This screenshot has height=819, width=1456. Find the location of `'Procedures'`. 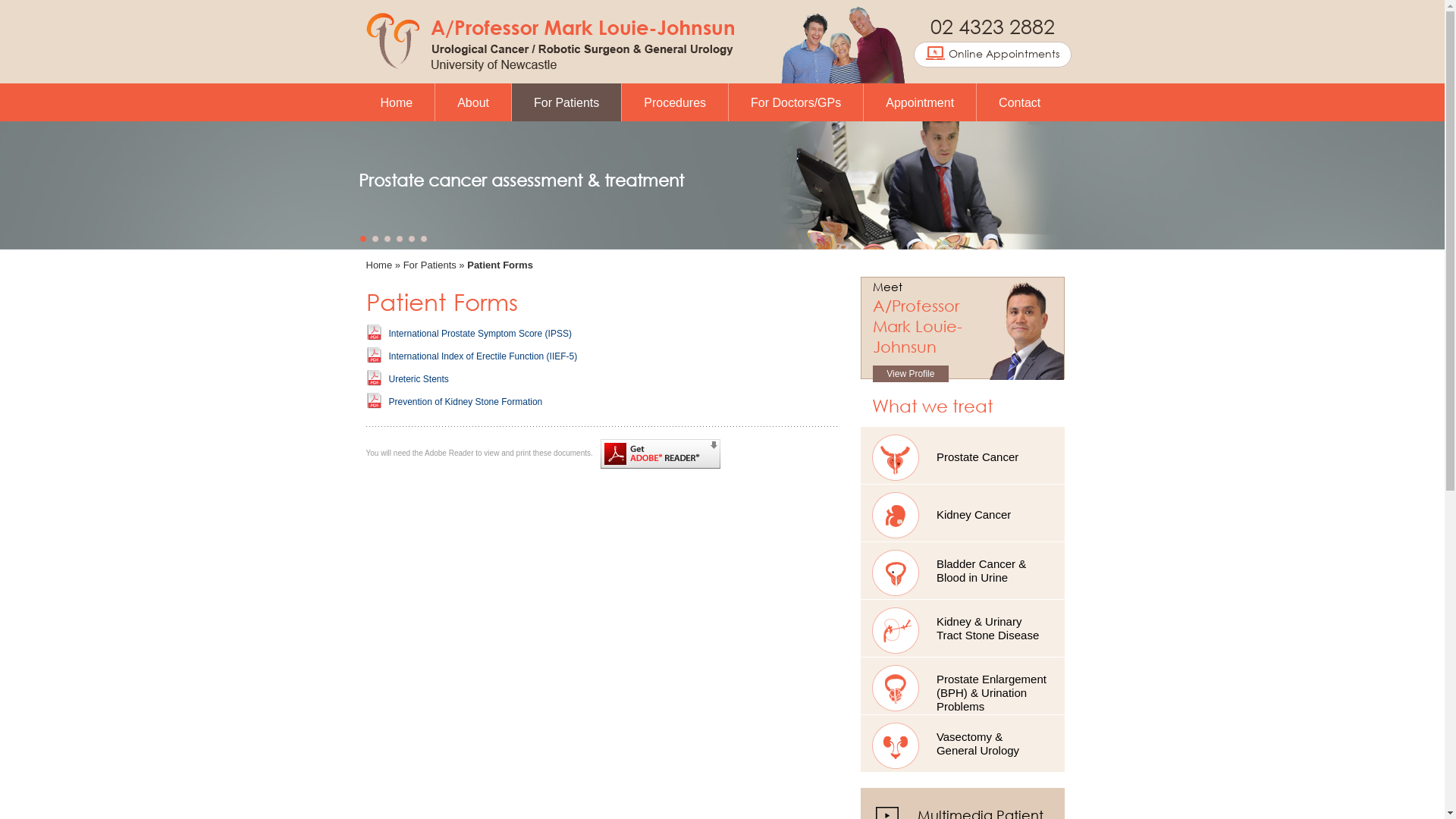

'Procedures' is located at coordinates (673, 102).